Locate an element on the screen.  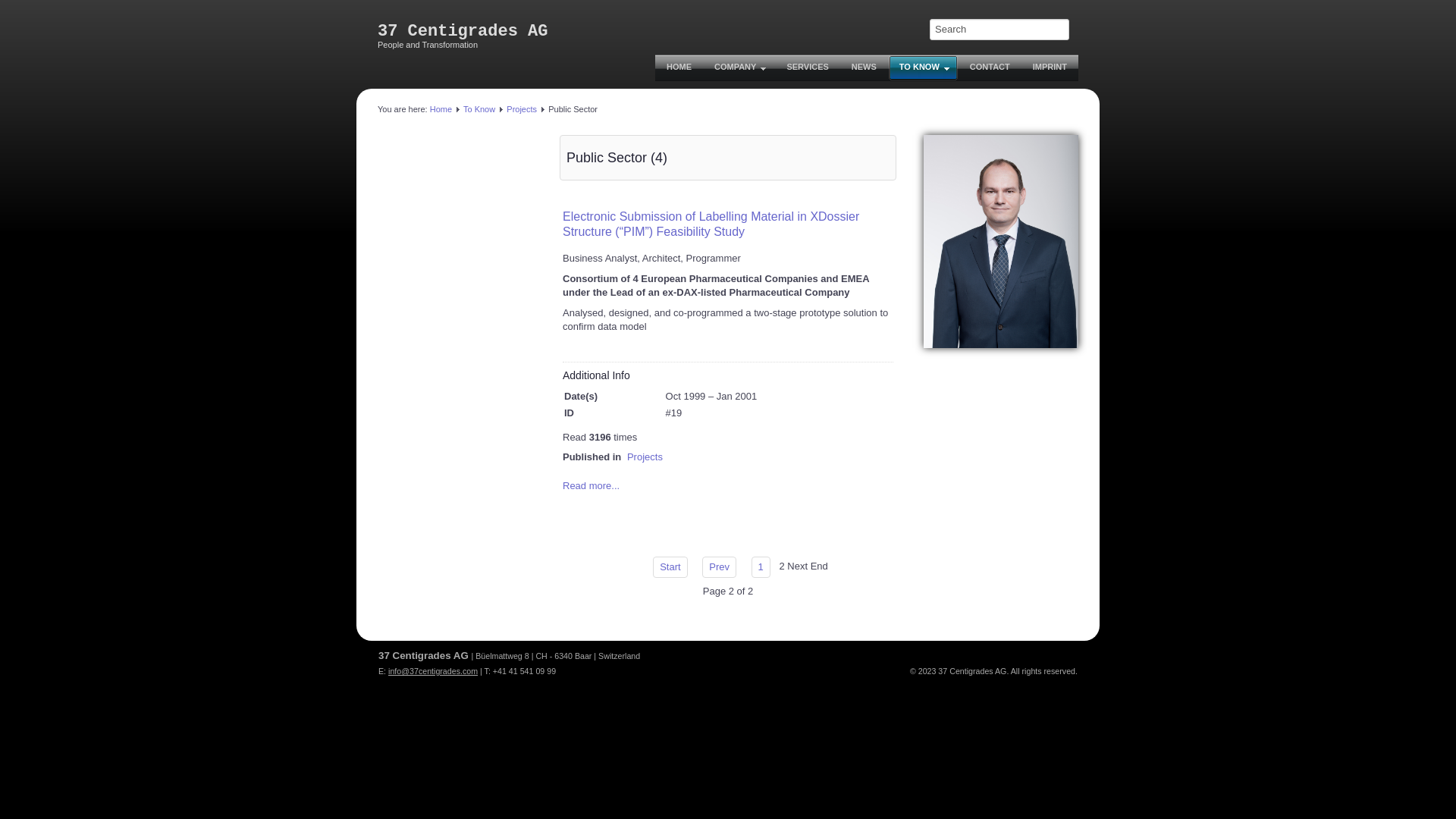
'Home' is located at coordinates (440, 108).